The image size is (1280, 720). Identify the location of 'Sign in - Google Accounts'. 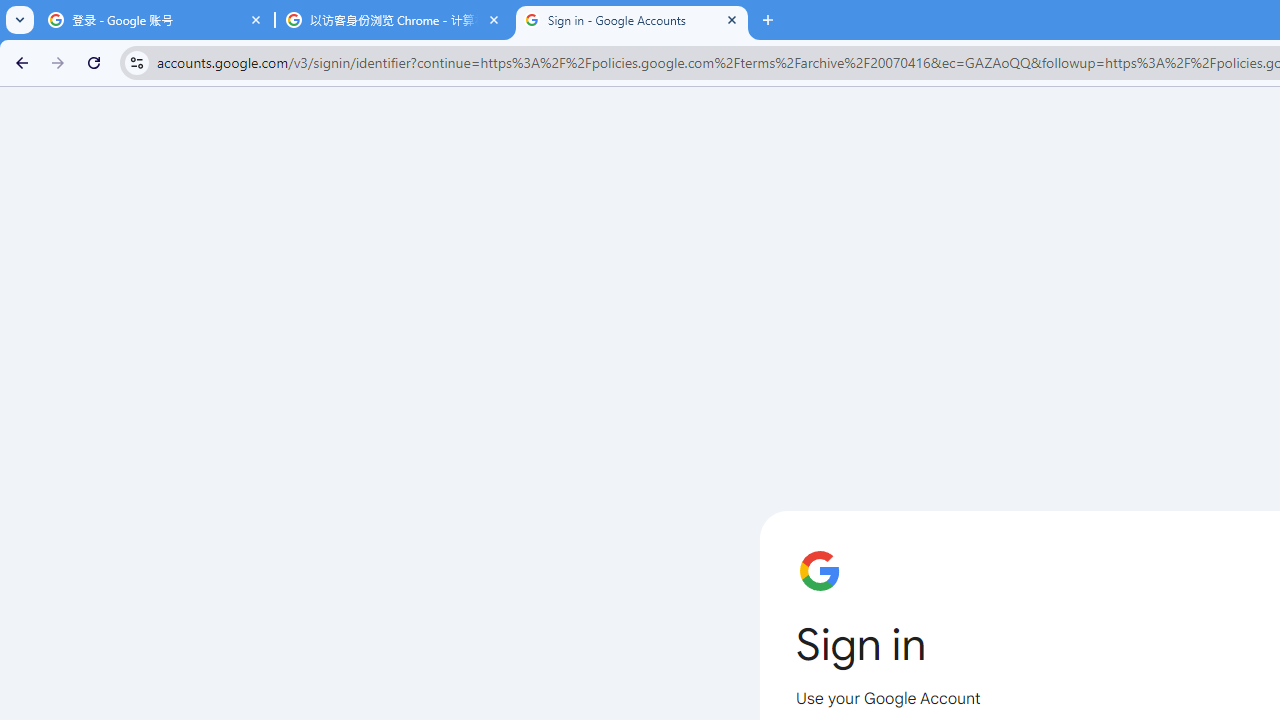
(631, 20).